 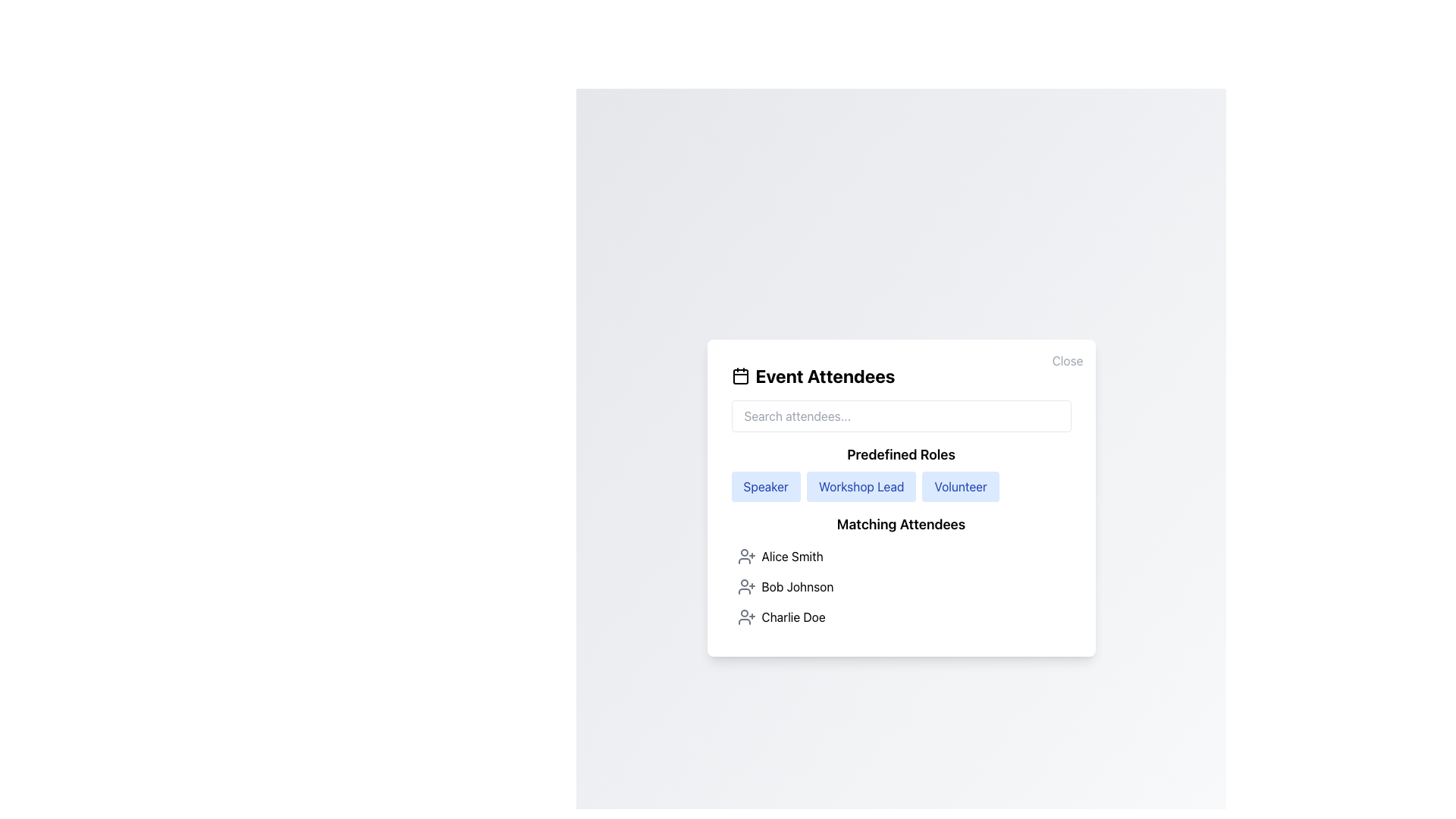 What do you see at coordinates (746, 586) in the screenshot?
I see `the small circular human silhouette icon with a plus symbol` at bounding box center [746, 586].